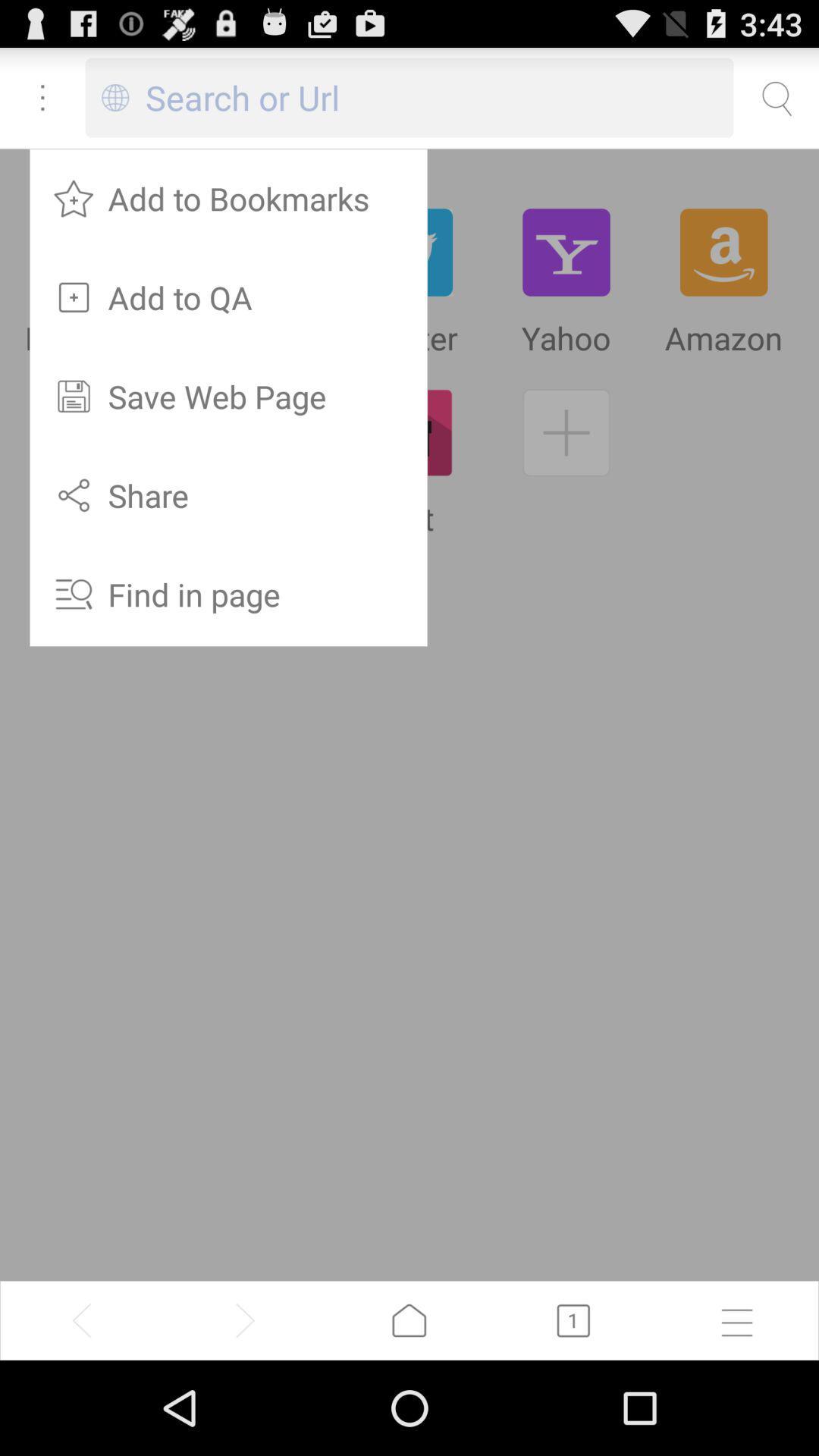  Describe the element at coordinates (115, 104) in the screenshot. I see `the globe icon` at that location.